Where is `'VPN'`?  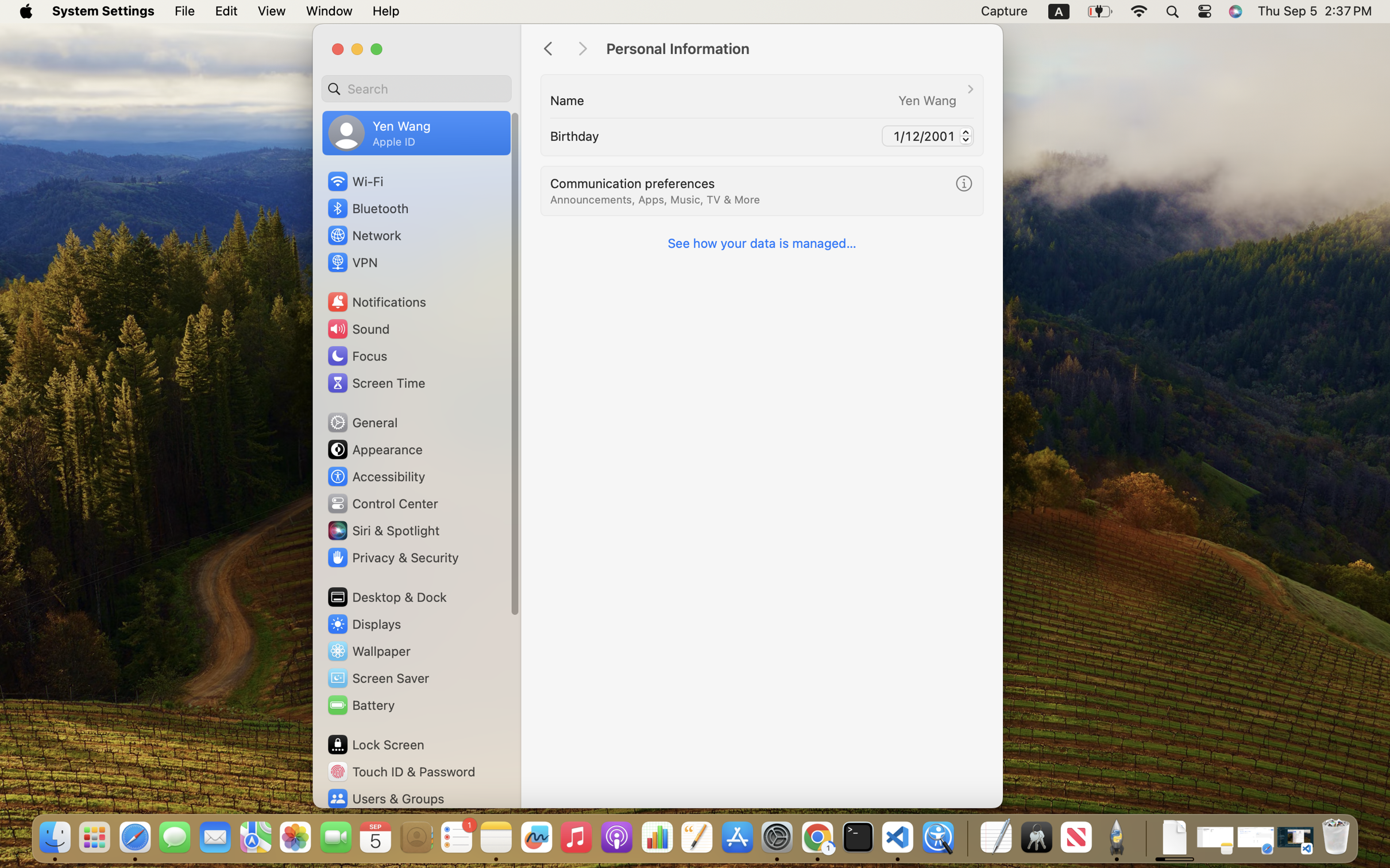 'VPN' is located at coordinates (352, 262).